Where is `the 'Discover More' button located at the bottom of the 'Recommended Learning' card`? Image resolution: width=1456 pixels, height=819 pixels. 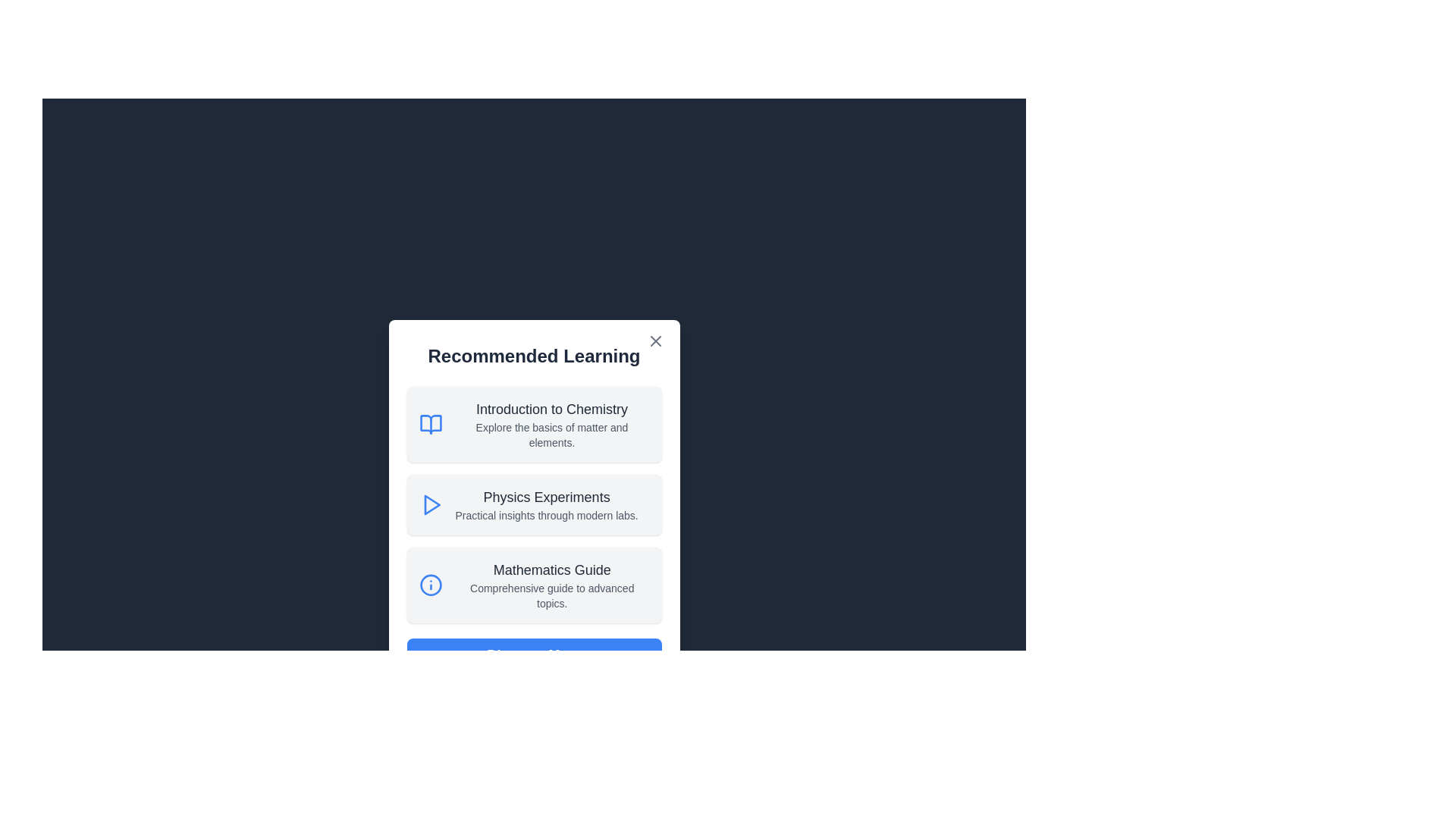 the 'Discover More' button located at the bottom of the 'Recommended Learning' card is located at coordinates (534, 654).